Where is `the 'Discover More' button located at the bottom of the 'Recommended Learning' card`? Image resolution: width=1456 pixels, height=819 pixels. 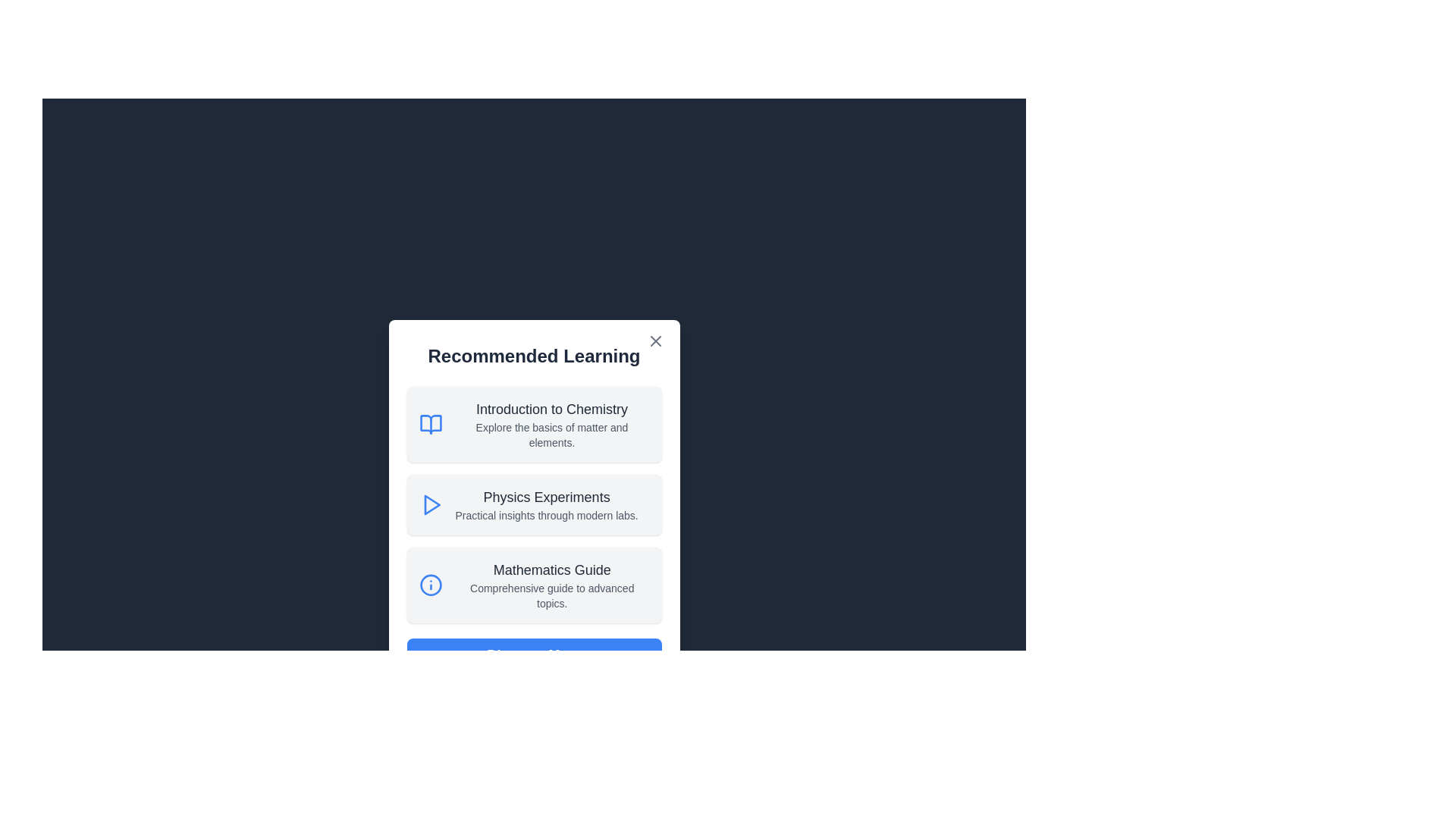 the 'Discover More' button located at the bottom of the 'Recommended Learning' card is located at coordinates (534, 654).